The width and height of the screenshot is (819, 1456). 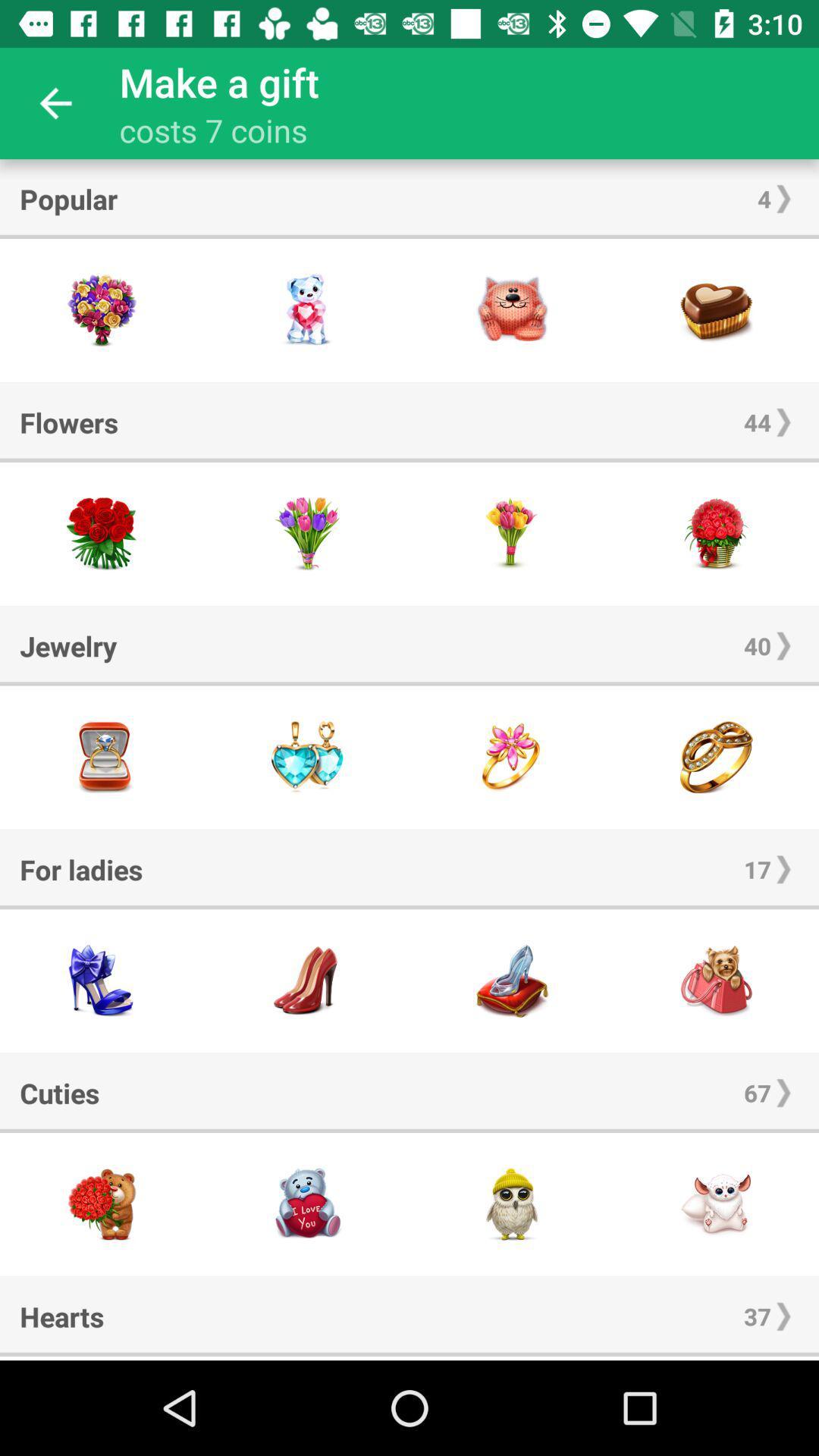 What do you see at coordinates (61, 1316) in the screenshot?
I see `the hearts icon` at bounding box center [61, 1316].